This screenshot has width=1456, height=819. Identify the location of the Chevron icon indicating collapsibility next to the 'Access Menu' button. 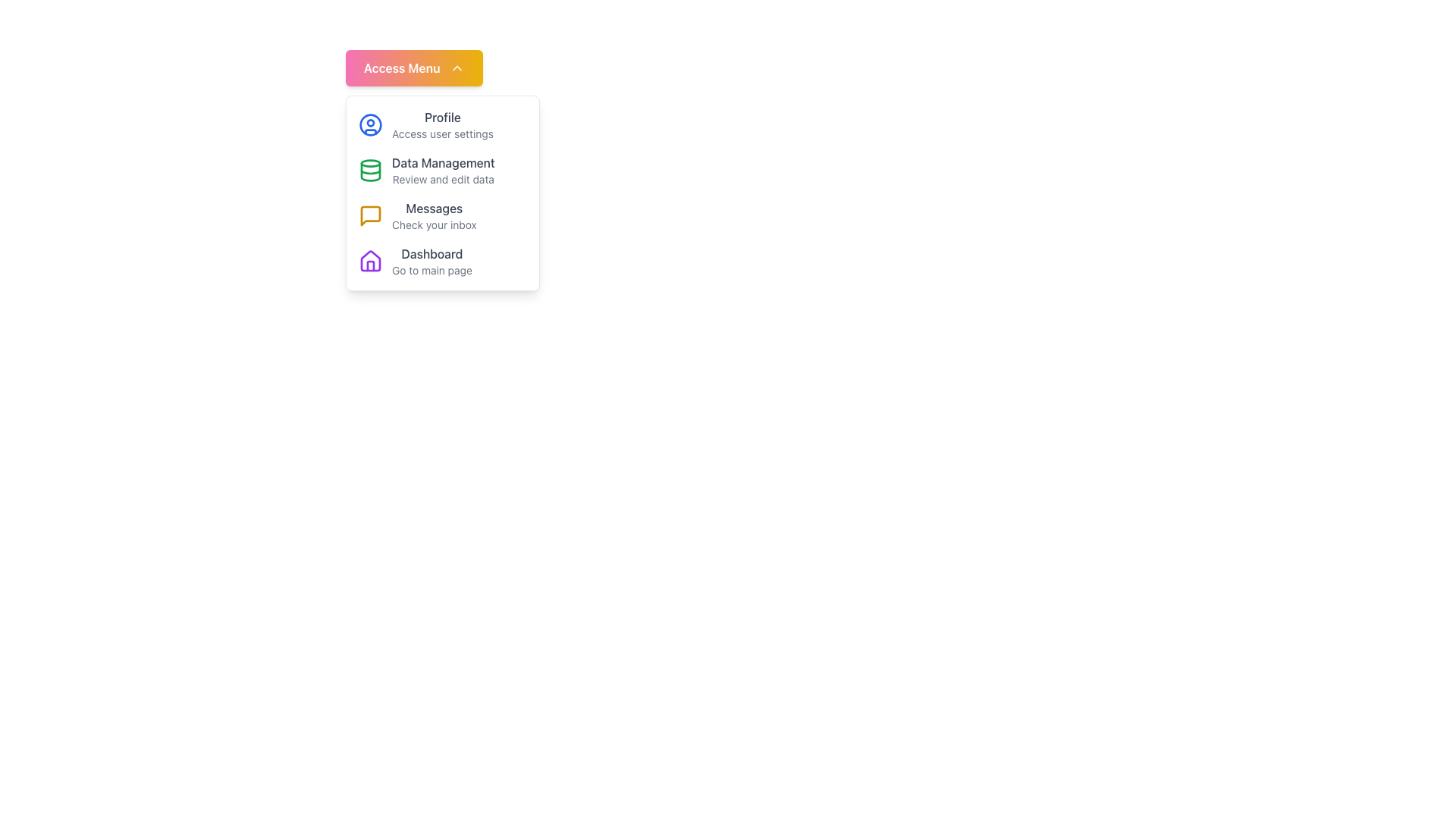
(456, 67).